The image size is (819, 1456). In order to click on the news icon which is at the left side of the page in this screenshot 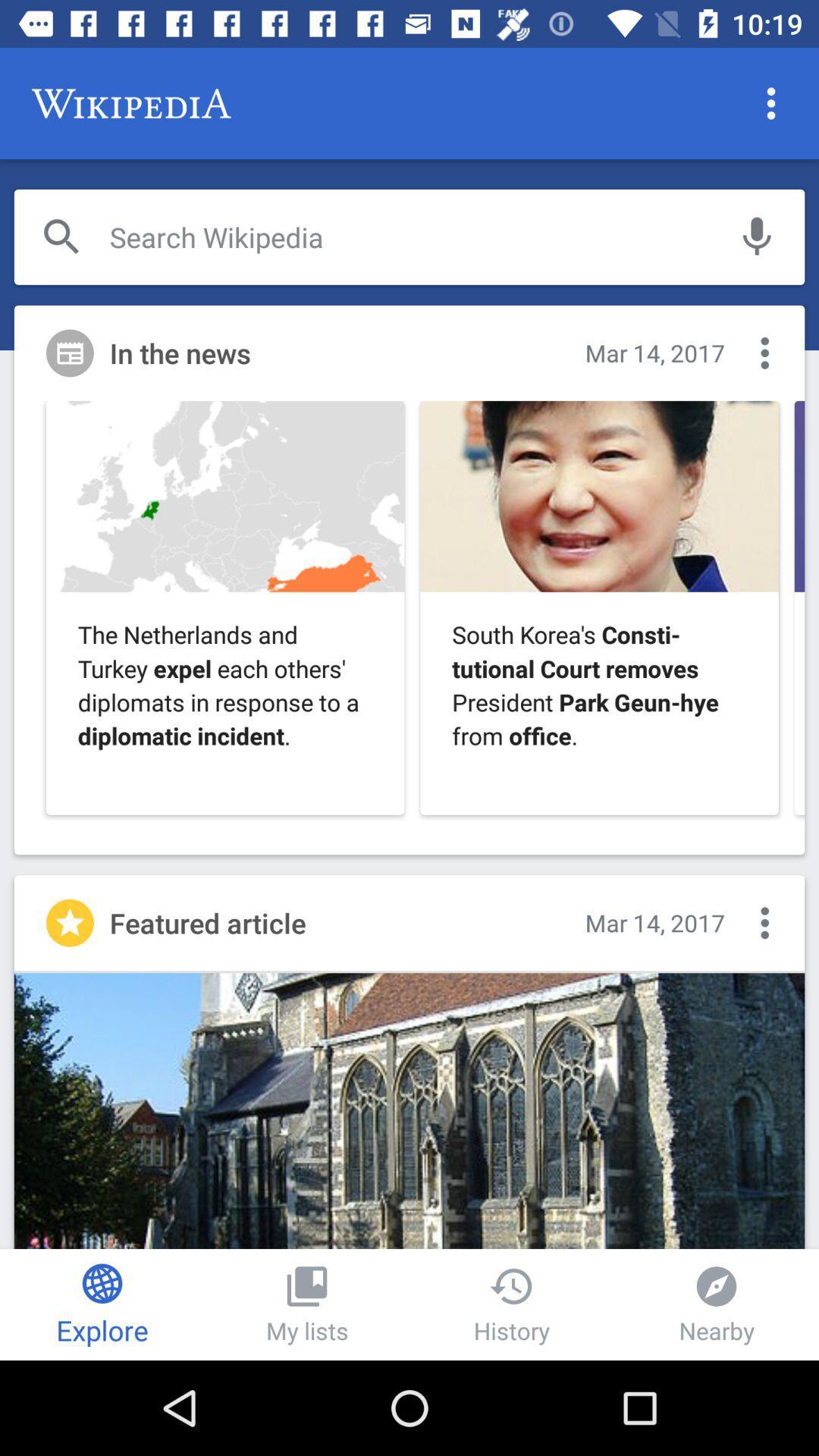, I will do `click(70, 352)`.